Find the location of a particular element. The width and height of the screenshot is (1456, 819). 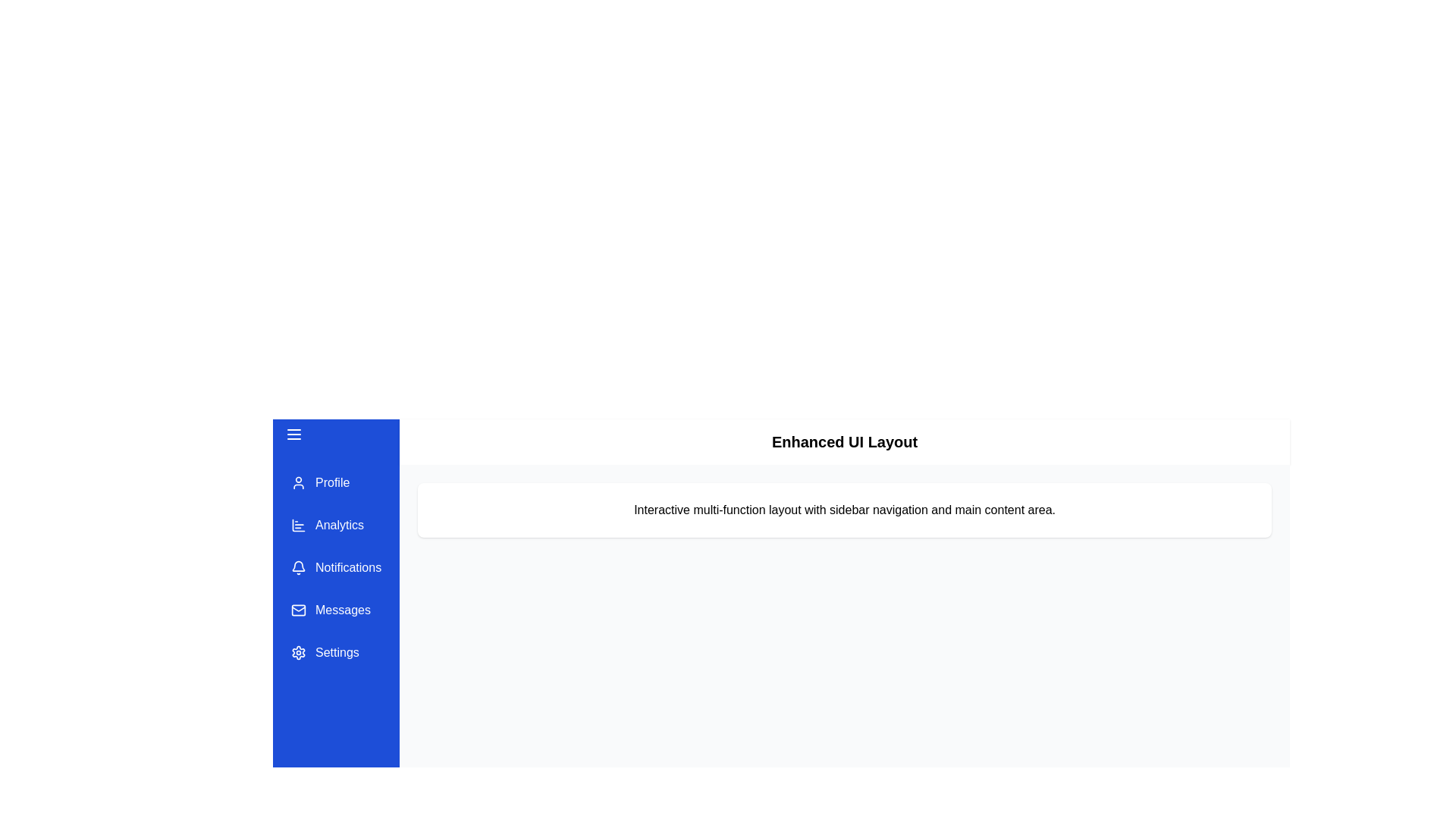

the 'Settings' text label displayed in white font against a blue background is located at coordinates (336, 651).